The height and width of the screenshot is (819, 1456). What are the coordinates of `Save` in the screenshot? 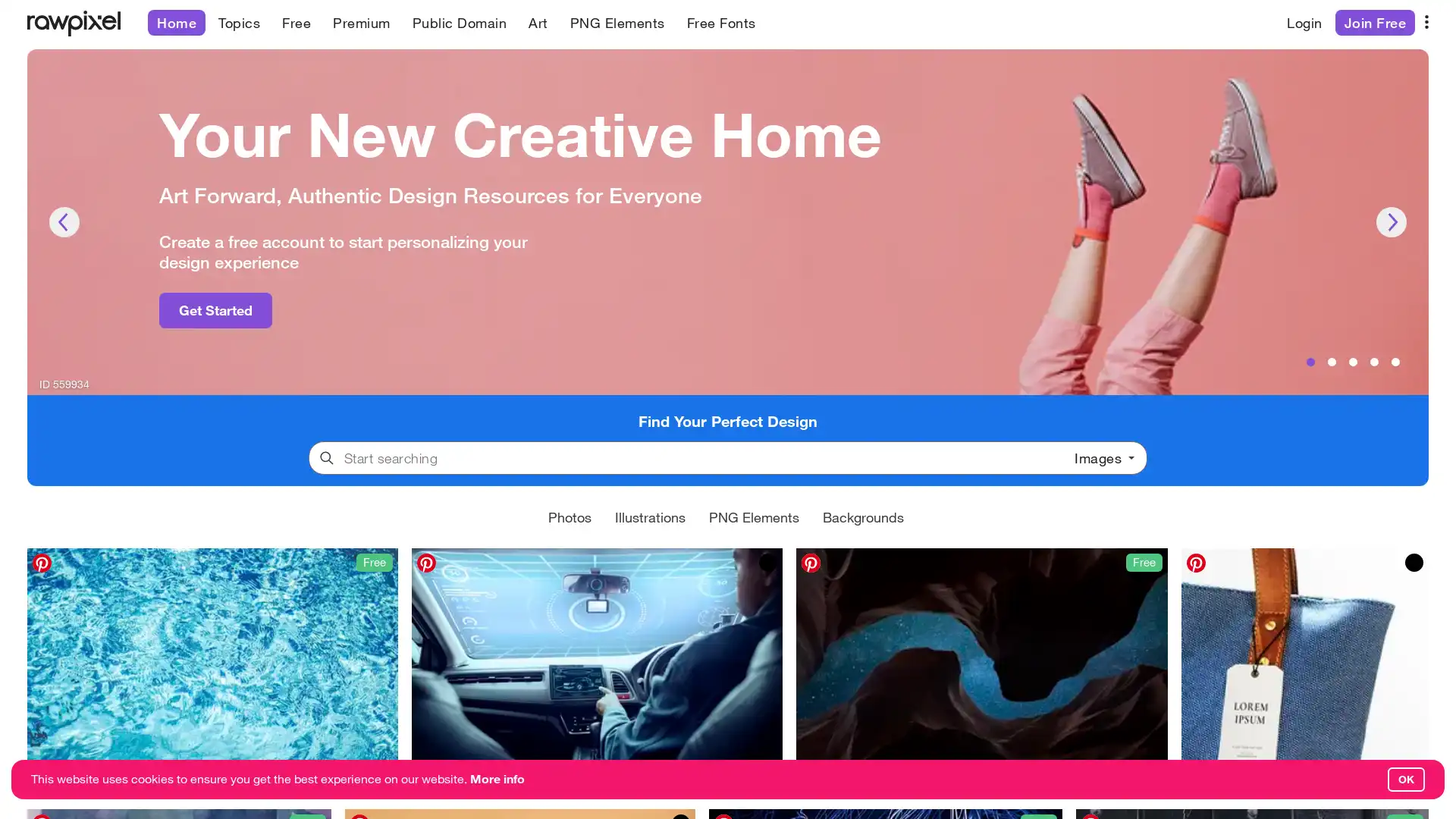 It's located at (436, 780).